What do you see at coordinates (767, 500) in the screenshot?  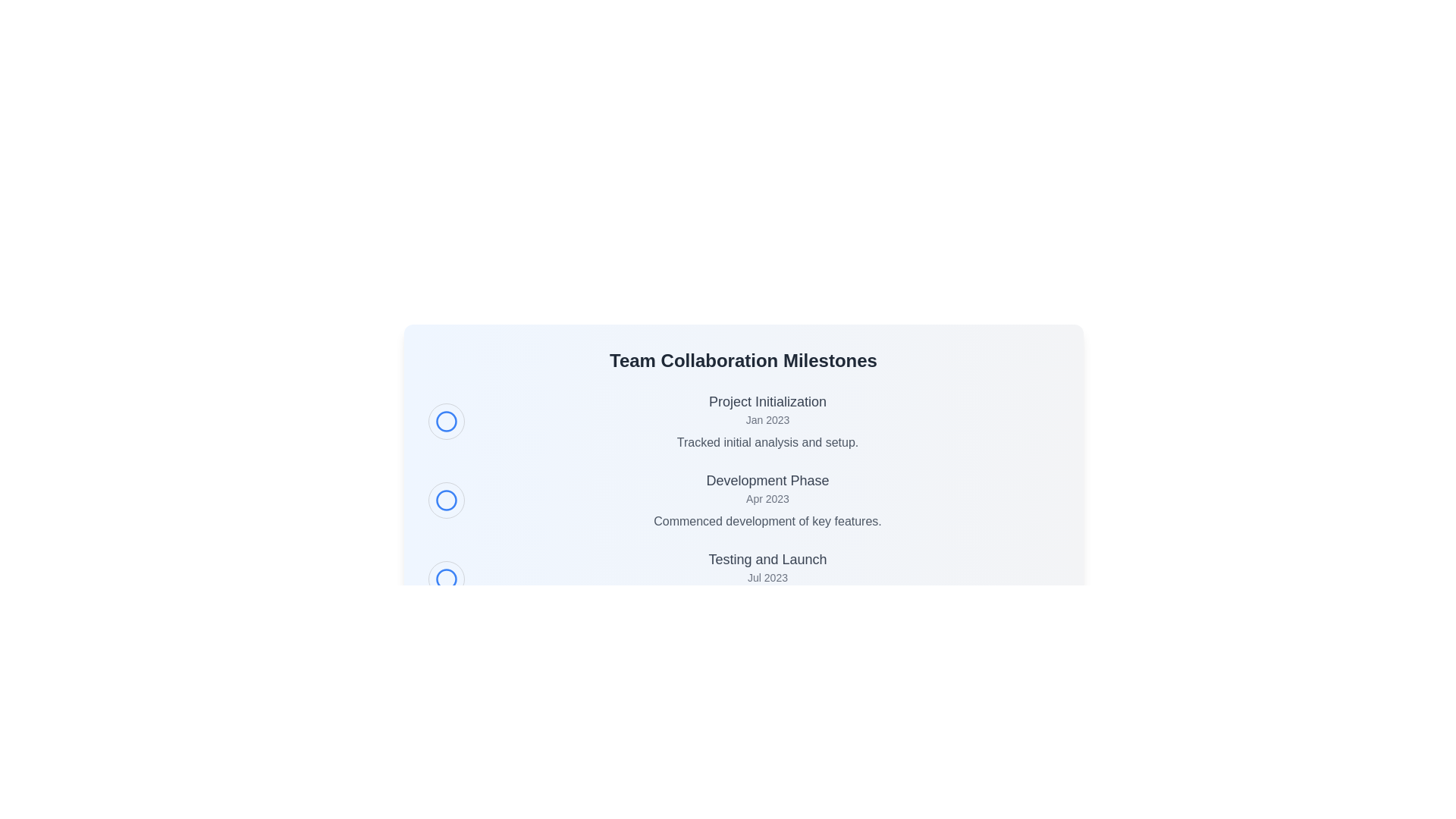 I see `the informational text block that provides key information about the 'Development Phase' milestone, positioned between 'Project Initialization' and 'Testing and Launch' milestones` at bounding box center [767, 500].